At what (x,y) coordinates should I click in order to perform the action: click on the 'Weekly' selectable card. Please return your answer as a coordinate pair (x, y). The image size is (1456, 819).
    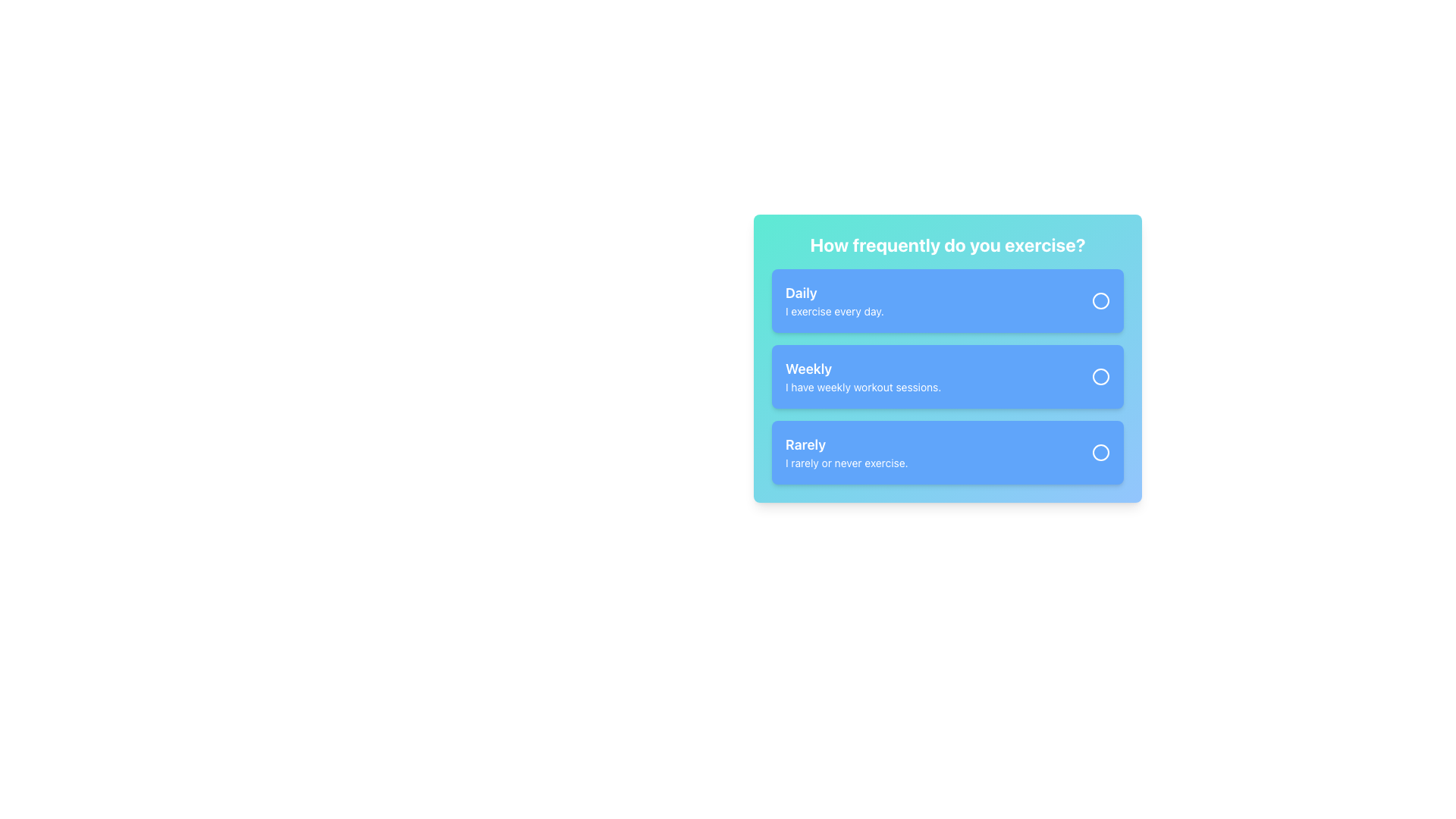
    Looking at the image, I should click on (946, 376).